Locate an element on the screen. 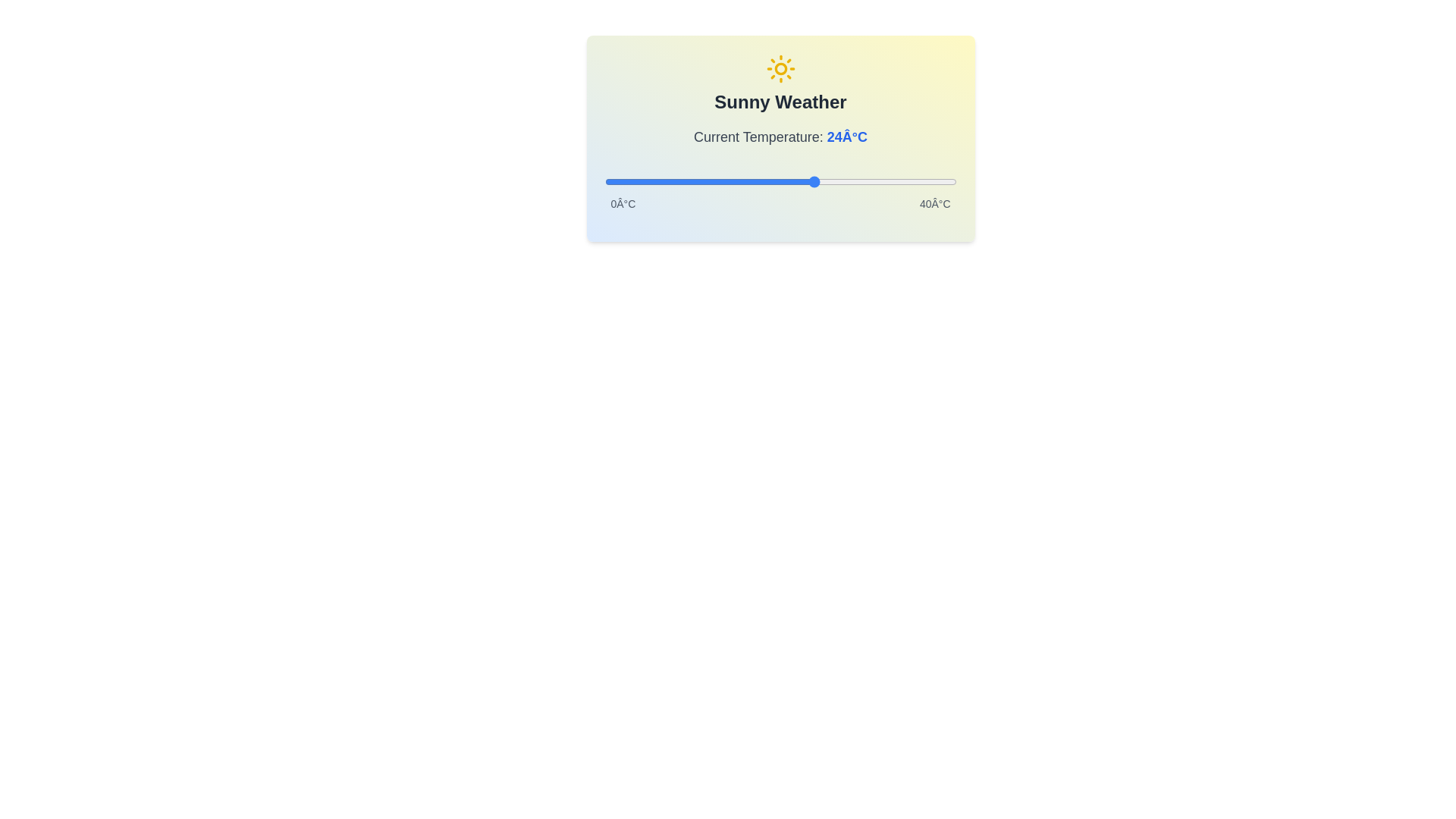  the Text Label displaying 'Sunny Weather', which is centrally located in a card-like component with a light background gradient is located at coordinates (780, 102).